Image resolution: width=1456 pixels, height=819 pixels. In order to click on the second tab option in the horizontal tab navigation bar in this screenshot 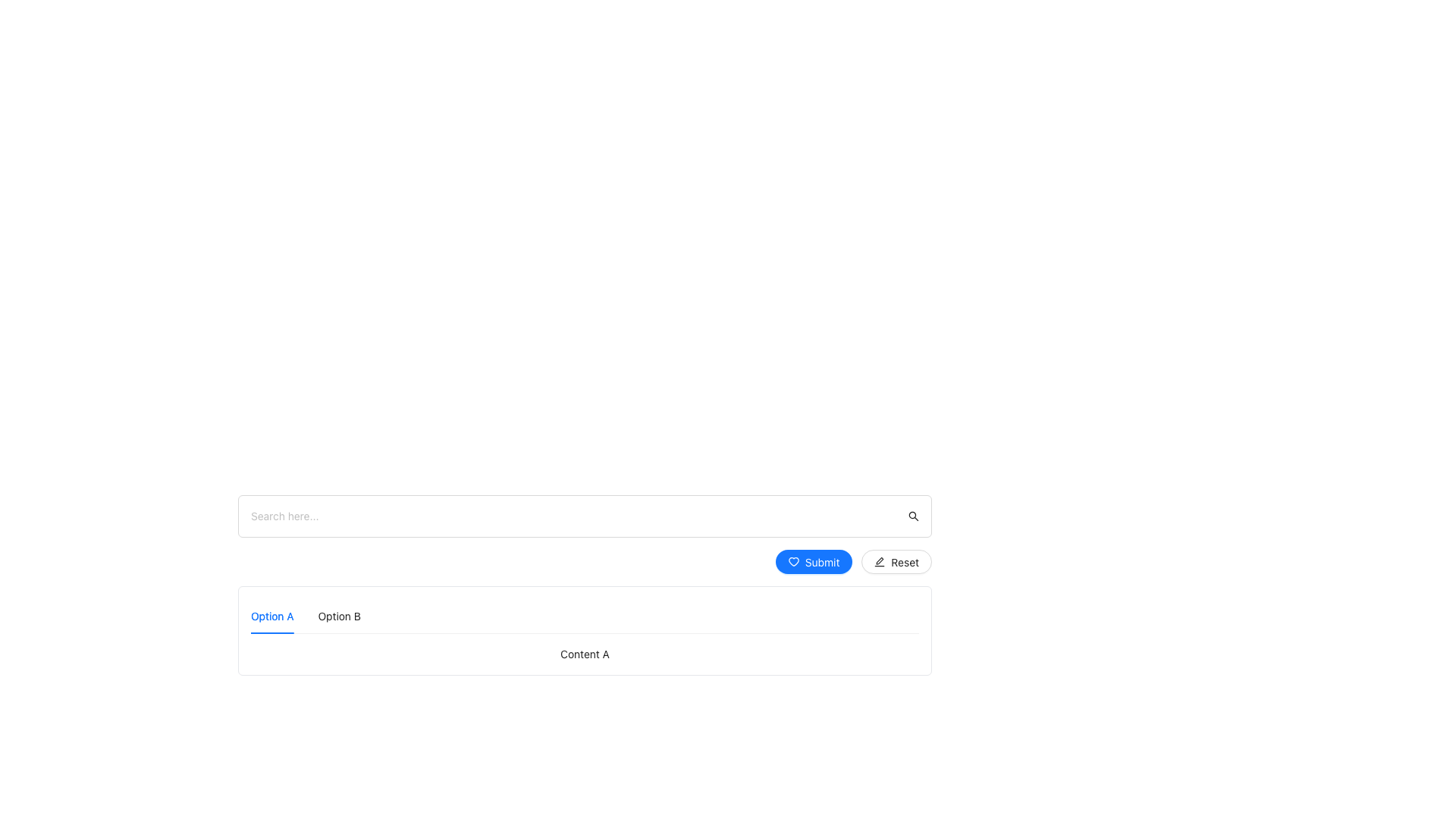, I will do `click(338, 617)`.